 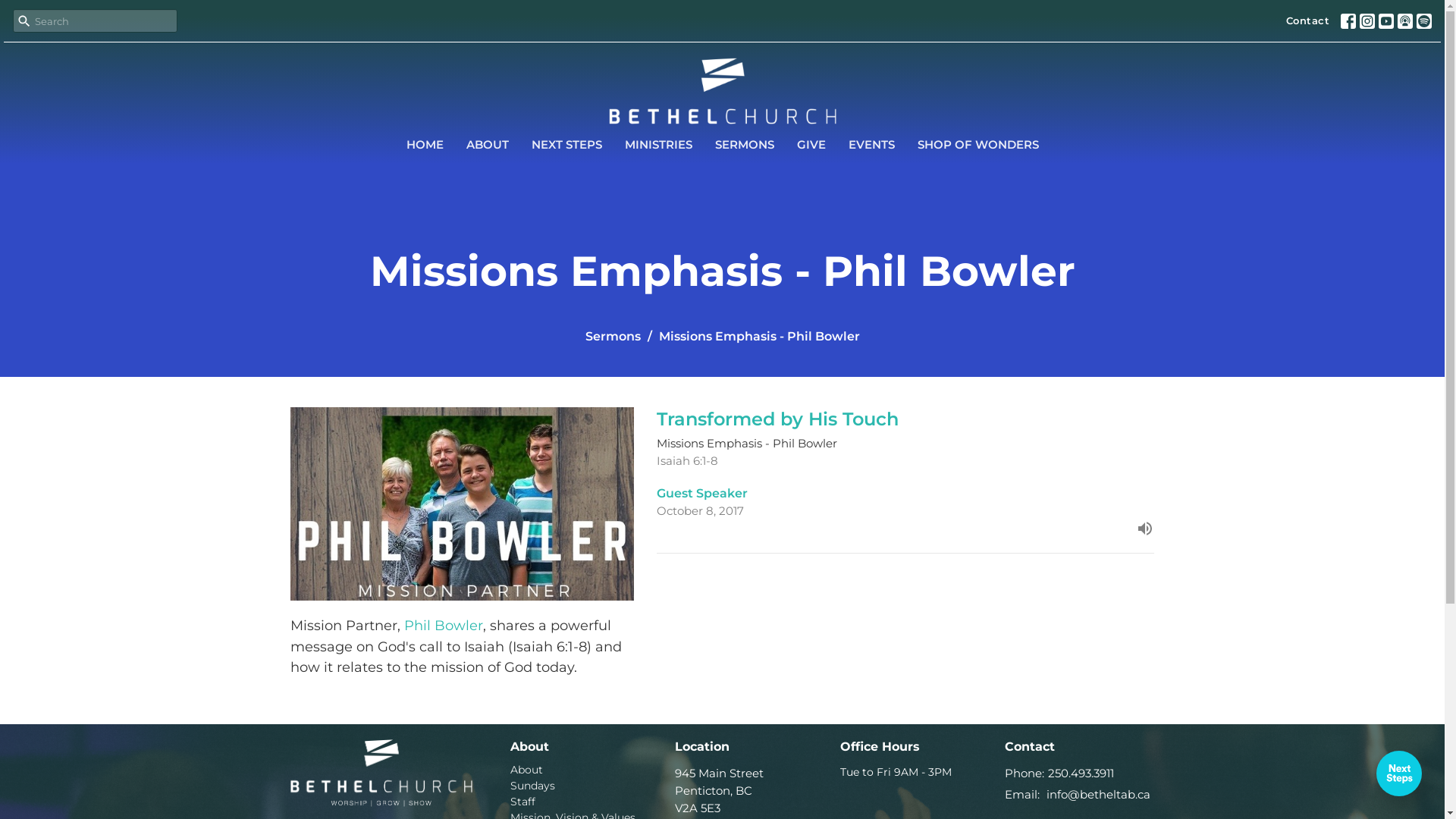 What do you see at coordinates (795, 144) in the screenshot?
I see `'GIVE'` at bounding box center [795, 144].